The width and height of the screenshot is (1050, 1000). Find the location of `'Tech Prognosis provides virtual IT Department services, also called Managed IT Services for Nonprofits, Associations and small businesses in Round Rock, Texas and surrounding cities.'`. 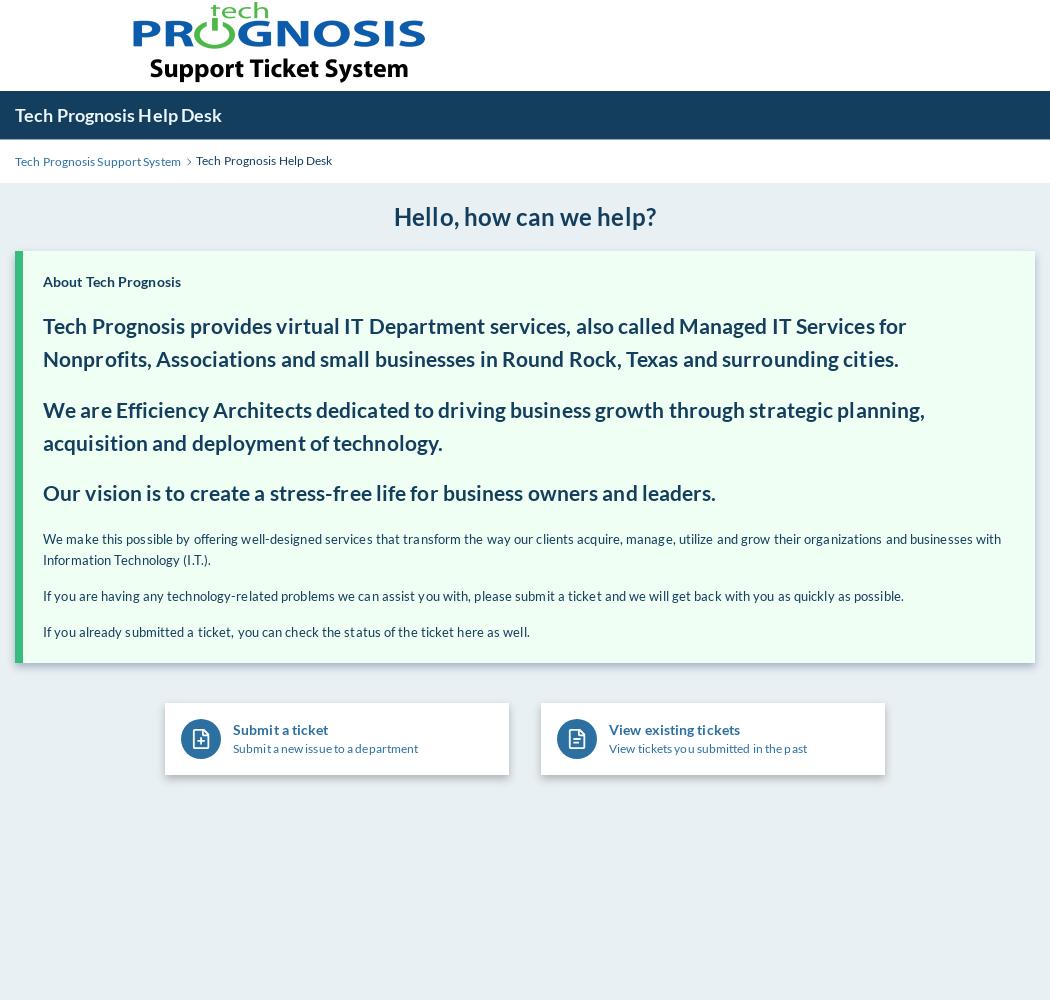

'Tech Prognosis provides virtual IT Department services, also called Managed IT Services for Nonprofits, Associations and small businesses in Round Rock, Texas and surrounding cities.' is located at coordinates (475, 341).